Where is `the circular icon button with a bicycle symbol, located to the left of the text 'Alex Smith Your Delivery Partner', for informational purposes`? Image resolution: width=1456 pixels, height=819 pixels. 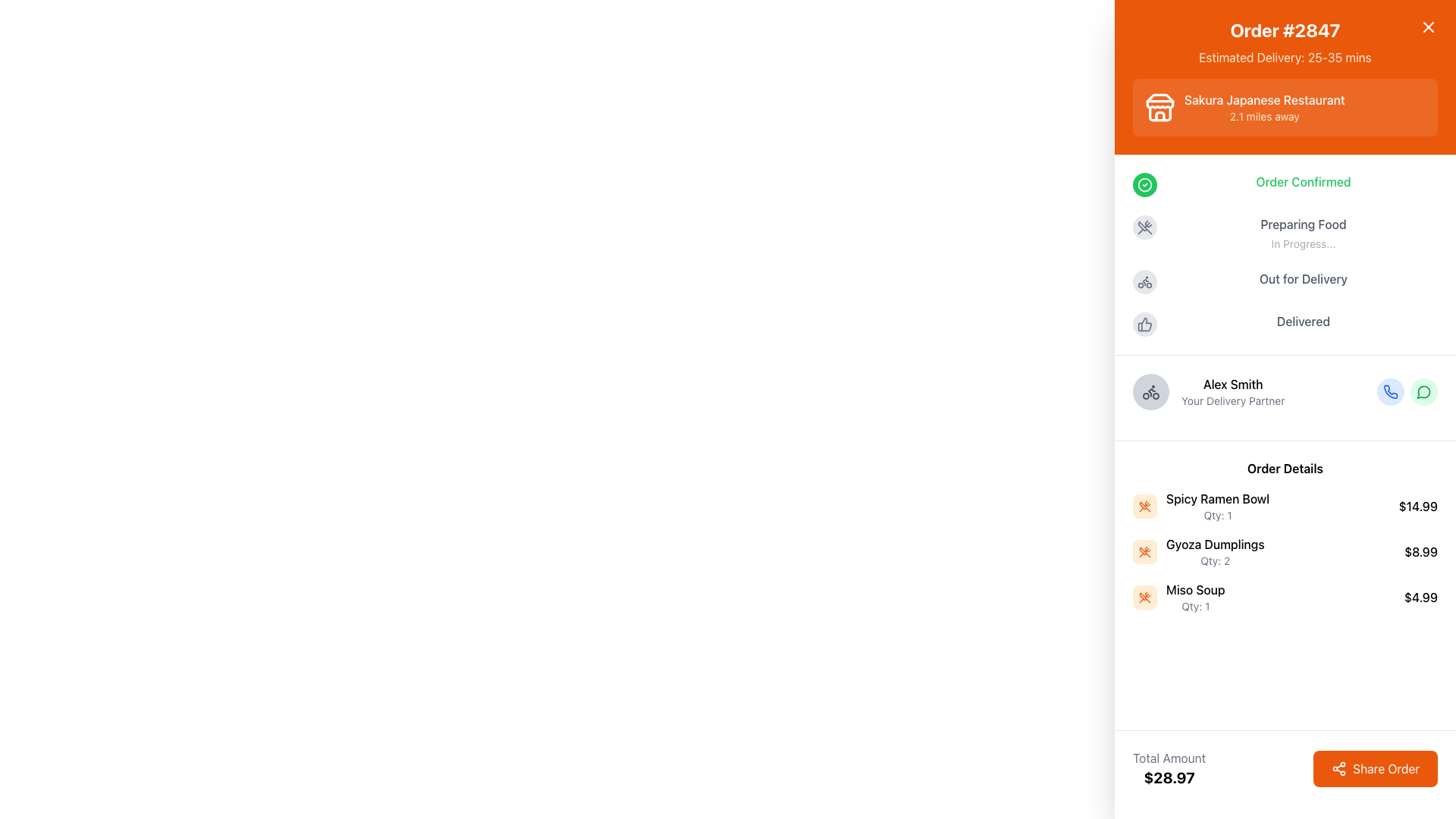 the circular icon button with a bicycle symbol, located to the left of the text 'Alex Smith Your Delivery Partner', for informational purposes is located at coordinates (1150, 391).